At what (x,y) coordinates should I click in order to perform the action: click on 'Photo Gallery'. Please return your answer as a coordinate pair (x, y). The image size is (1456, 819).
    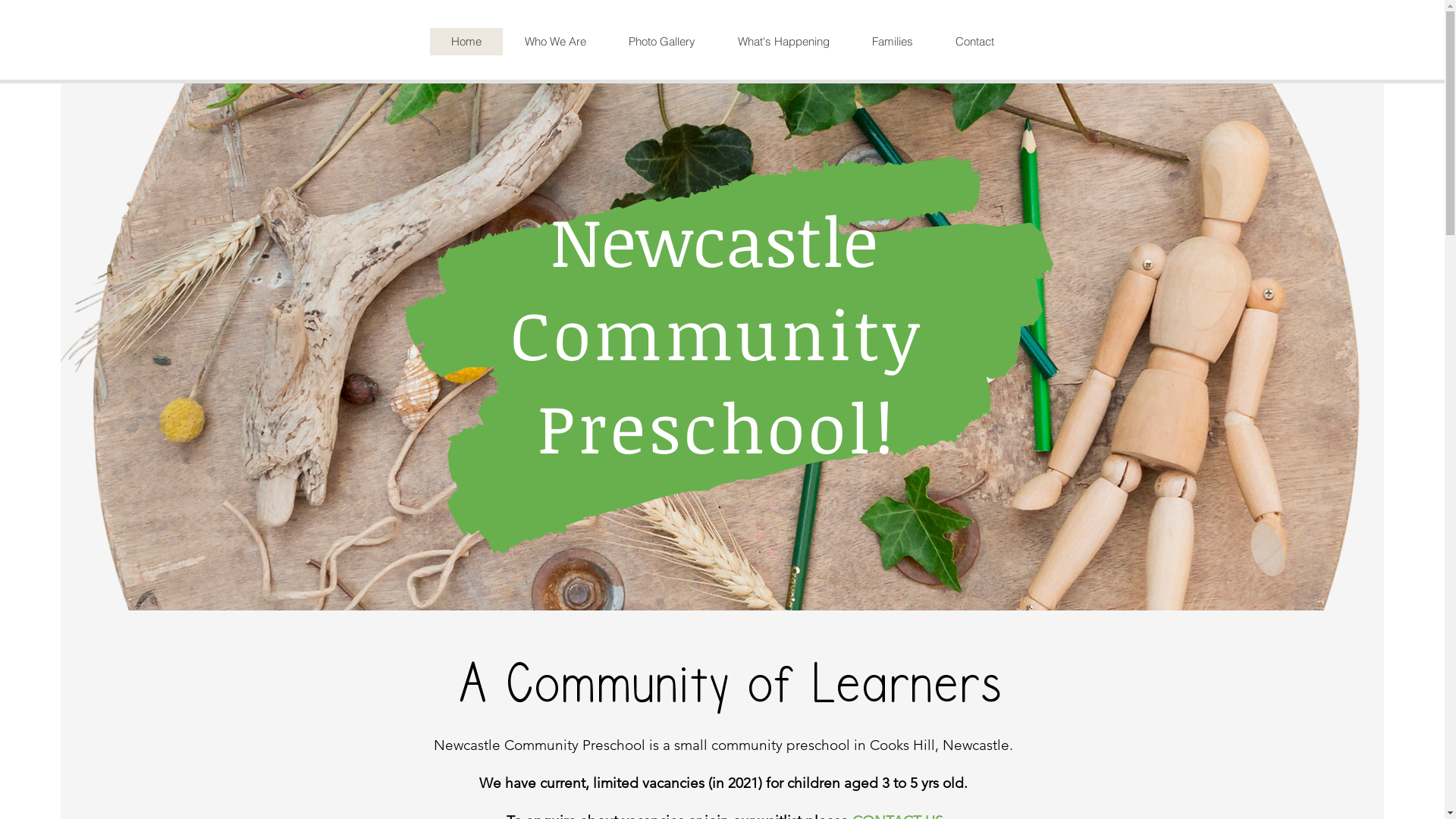
    Looking at the image, I should click on (661, 40).